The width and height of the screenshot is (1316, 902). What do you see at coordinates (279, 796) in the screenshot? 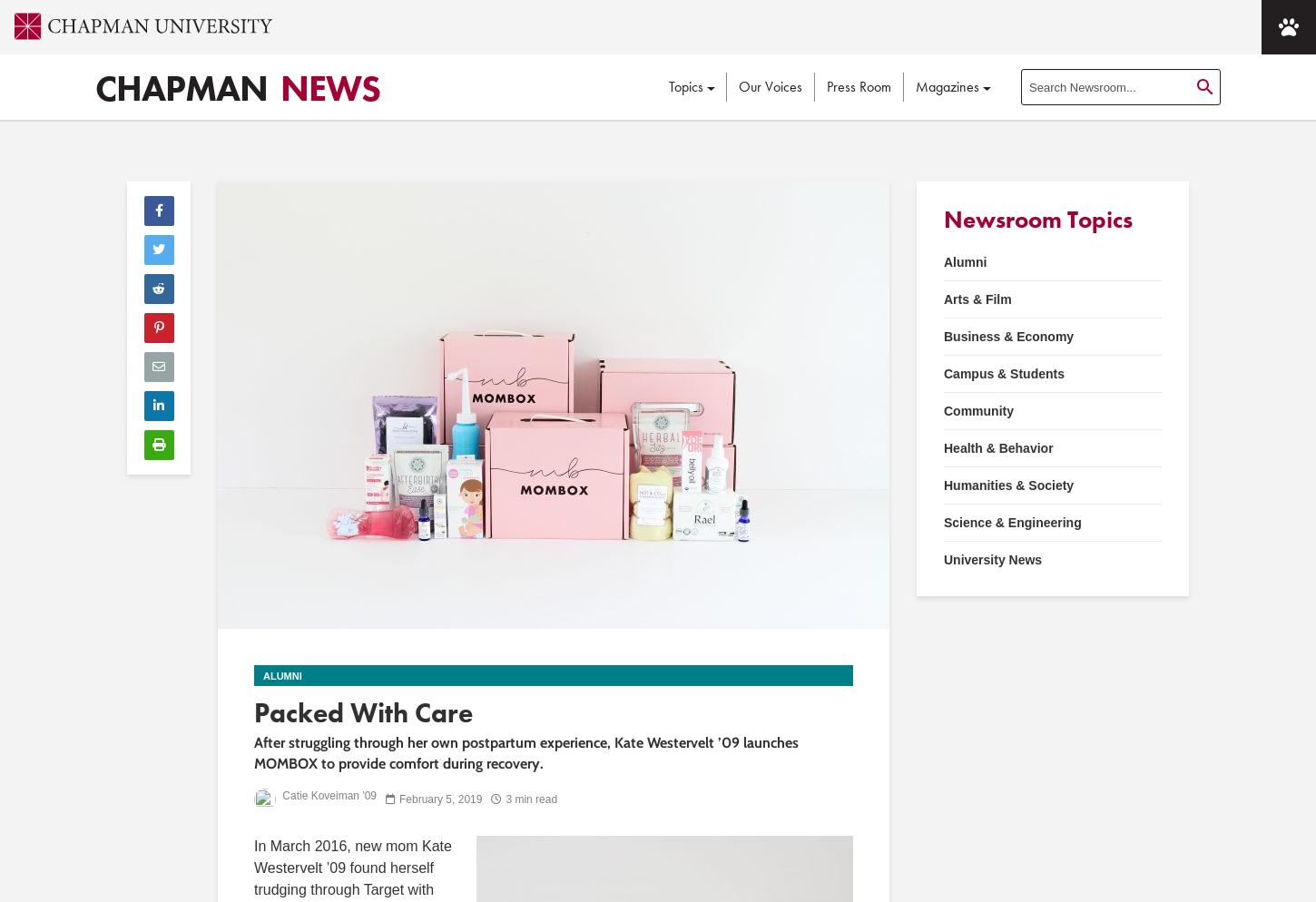
I see `'Catie Koveiman '09'` at bounding box center [279, 796].